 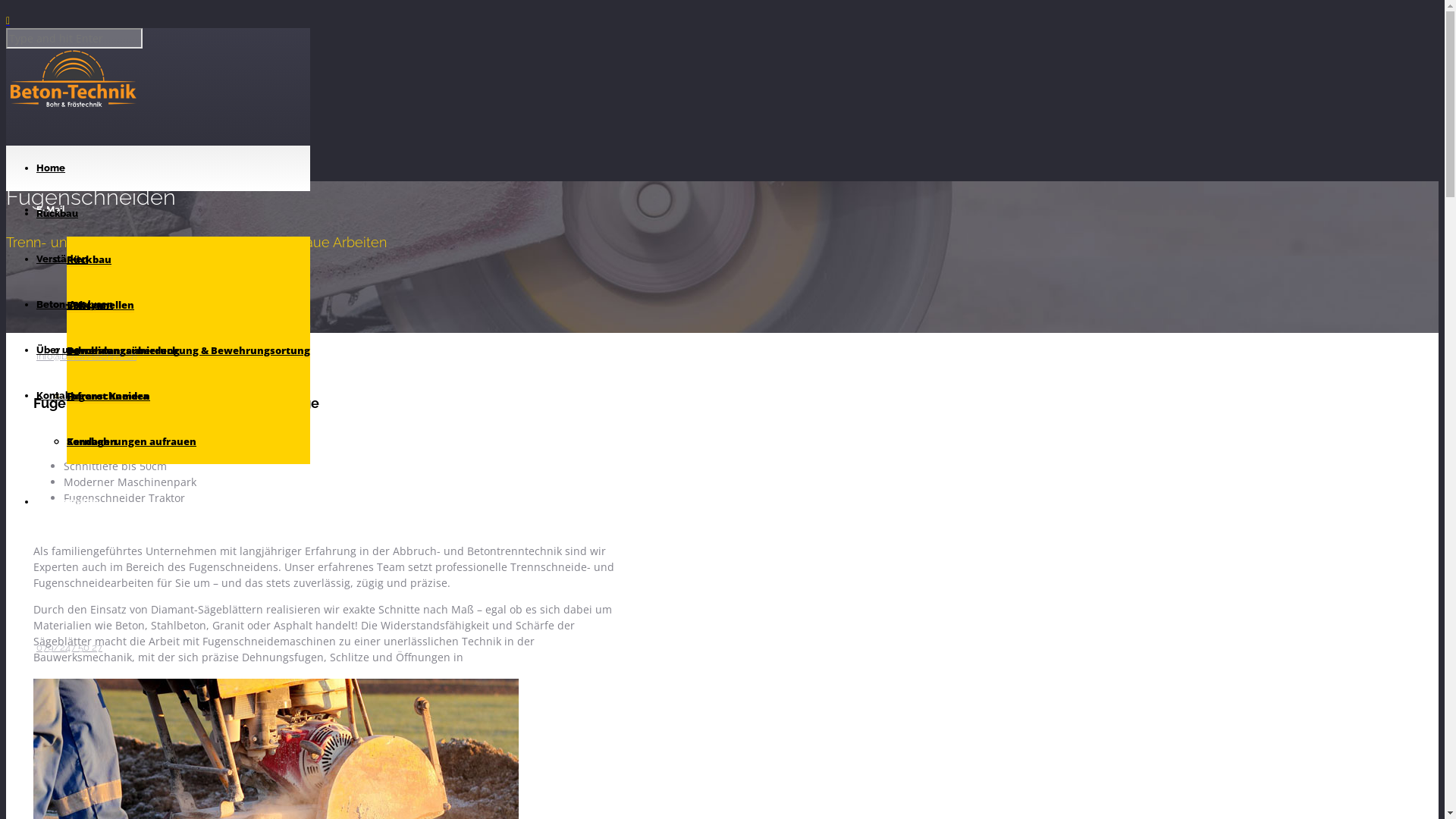 What do you see at coordinates (55, 394) in the screenshot?
I see `'Kontakt'` at bounding box center [55, 394].